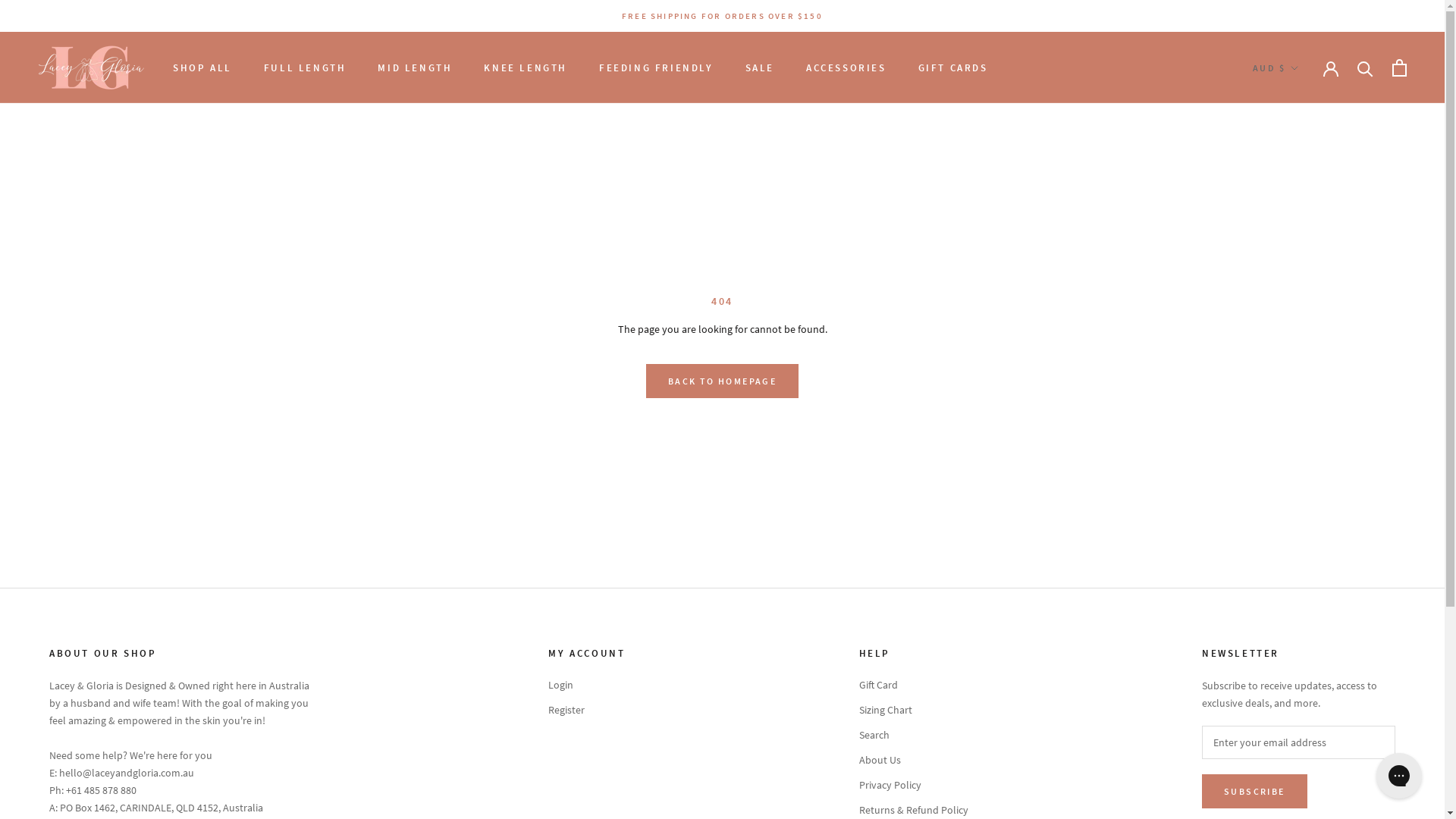 This screenshot has width=1456, height=819. Describe the element at coordinates (1275, 67) in the screenshot. I see `'AUD $'` at that location.